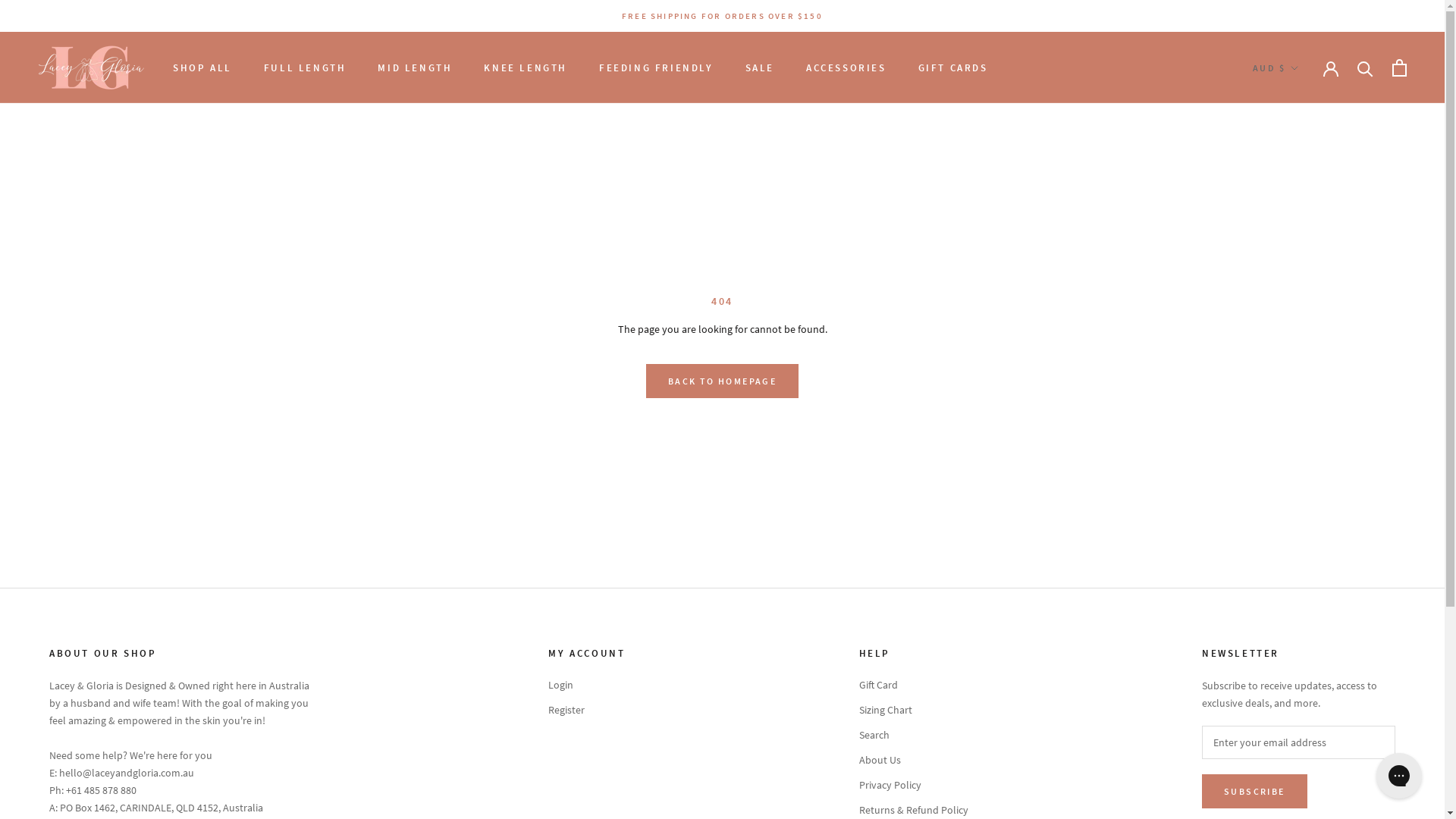 This screenshot has width=1456, height=819. Describe the element at coordinates (1275, 67) in the screenshot. I see `'AUD $'` at that location.